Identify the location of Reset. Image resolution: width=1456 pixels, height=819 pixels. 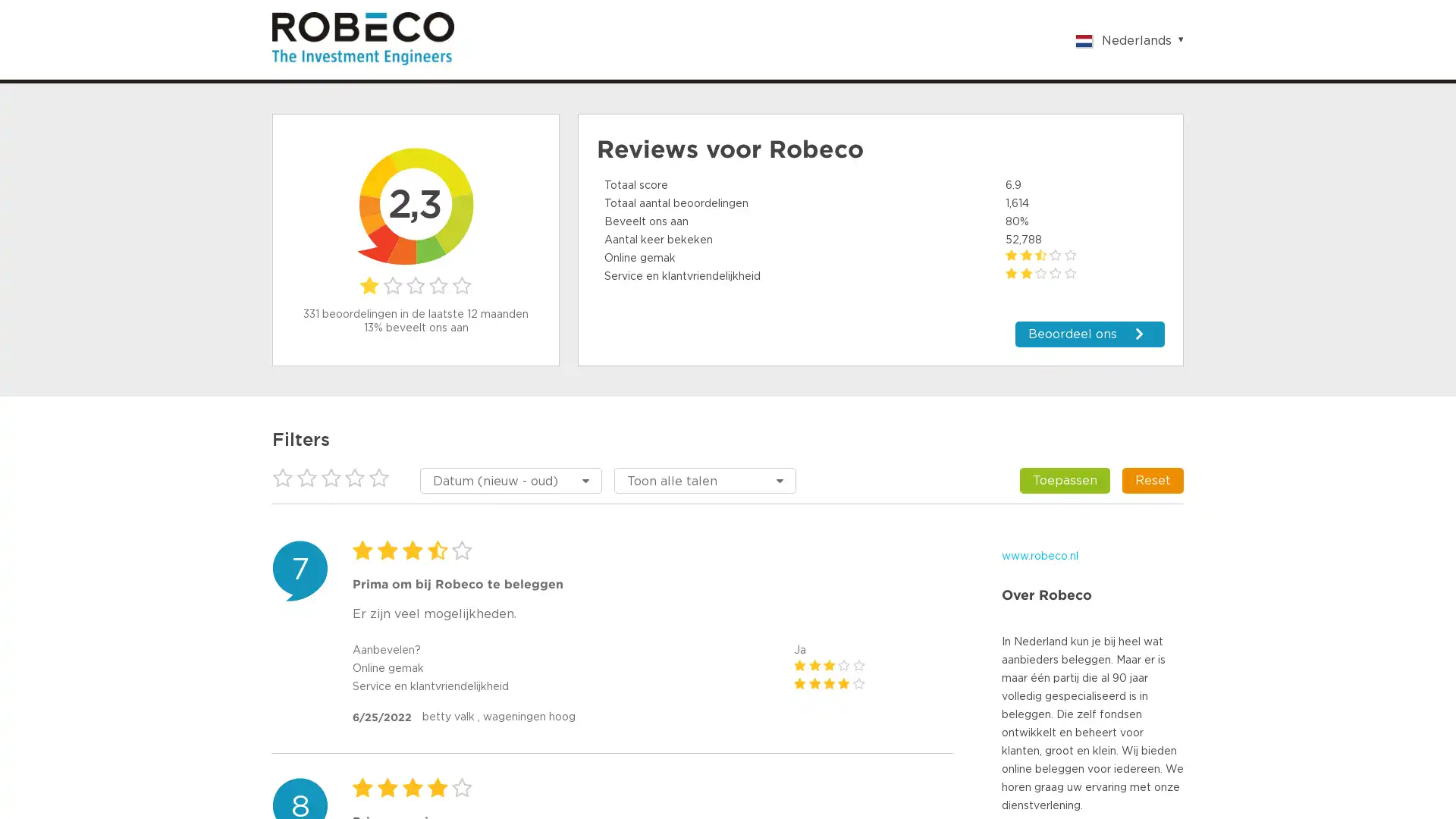
(1153, 480).